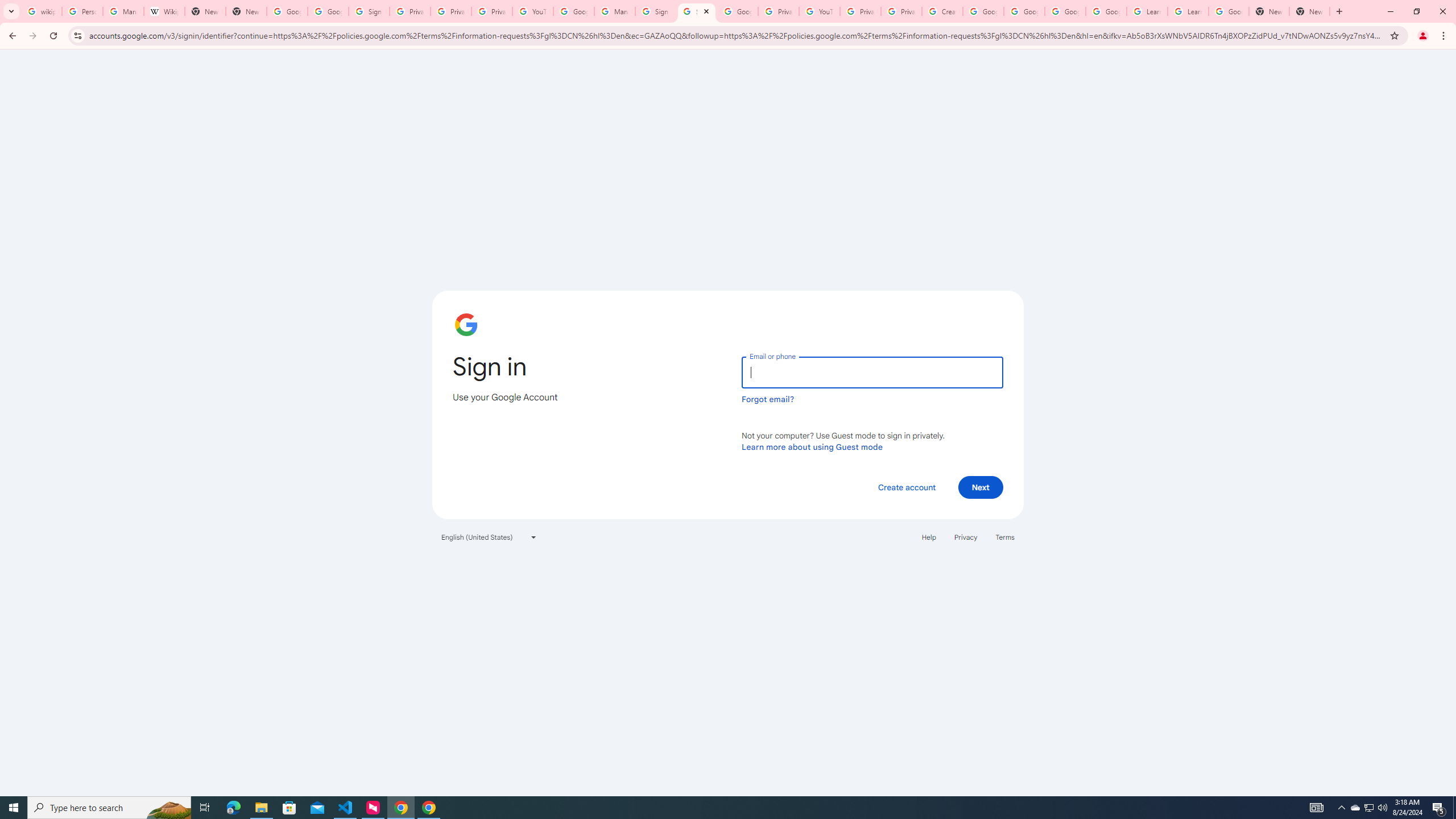 The image size is (1456, 819). What do you see at coordinates (81, 11) in the screenshot?
I see `'Personalization & Google Search results - Google Search Help'` at bounding box center [81, 11].